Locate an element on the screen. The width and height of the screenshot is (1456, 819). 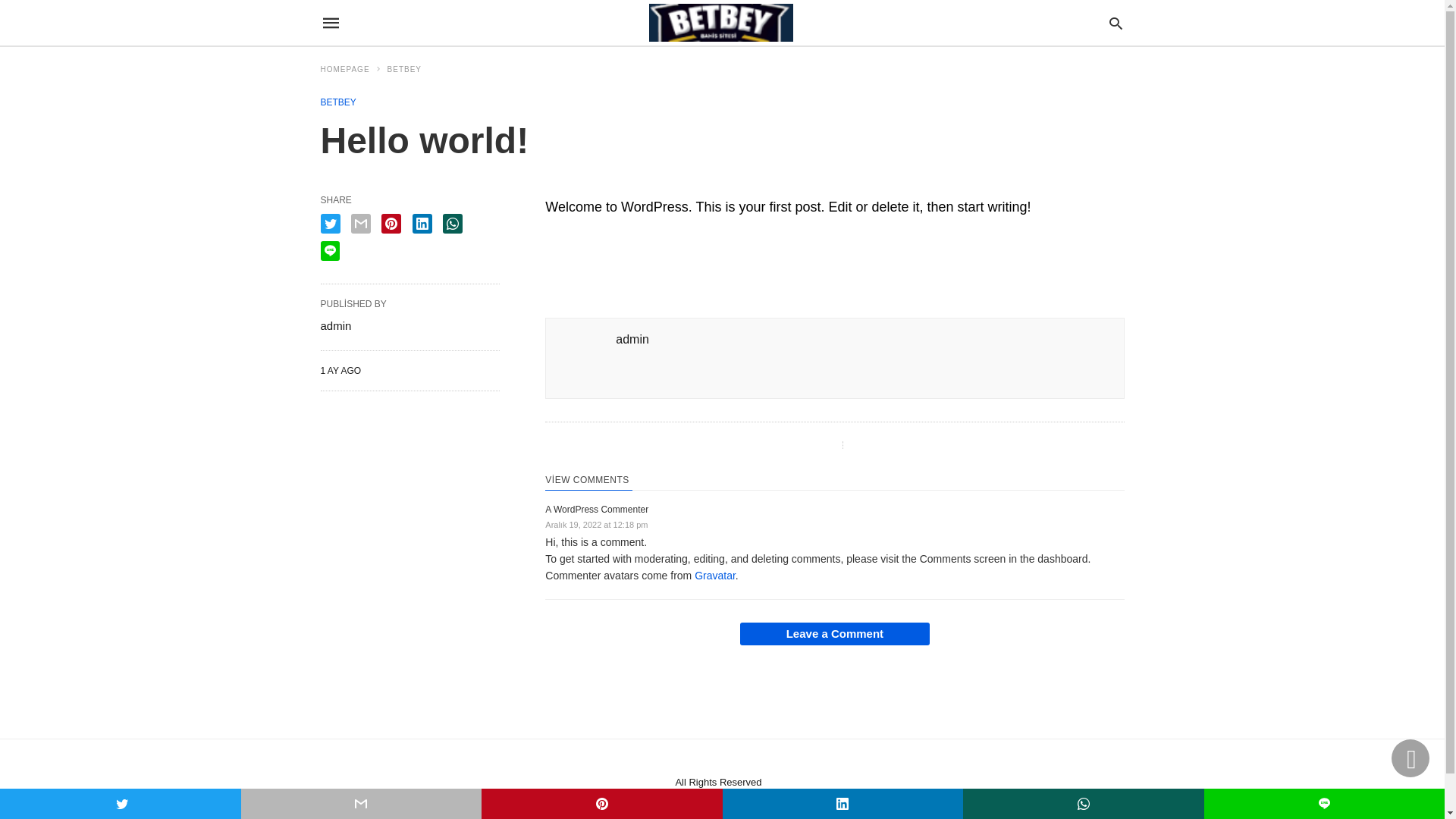
'BETBEY' is located at coordinates (404, 69).